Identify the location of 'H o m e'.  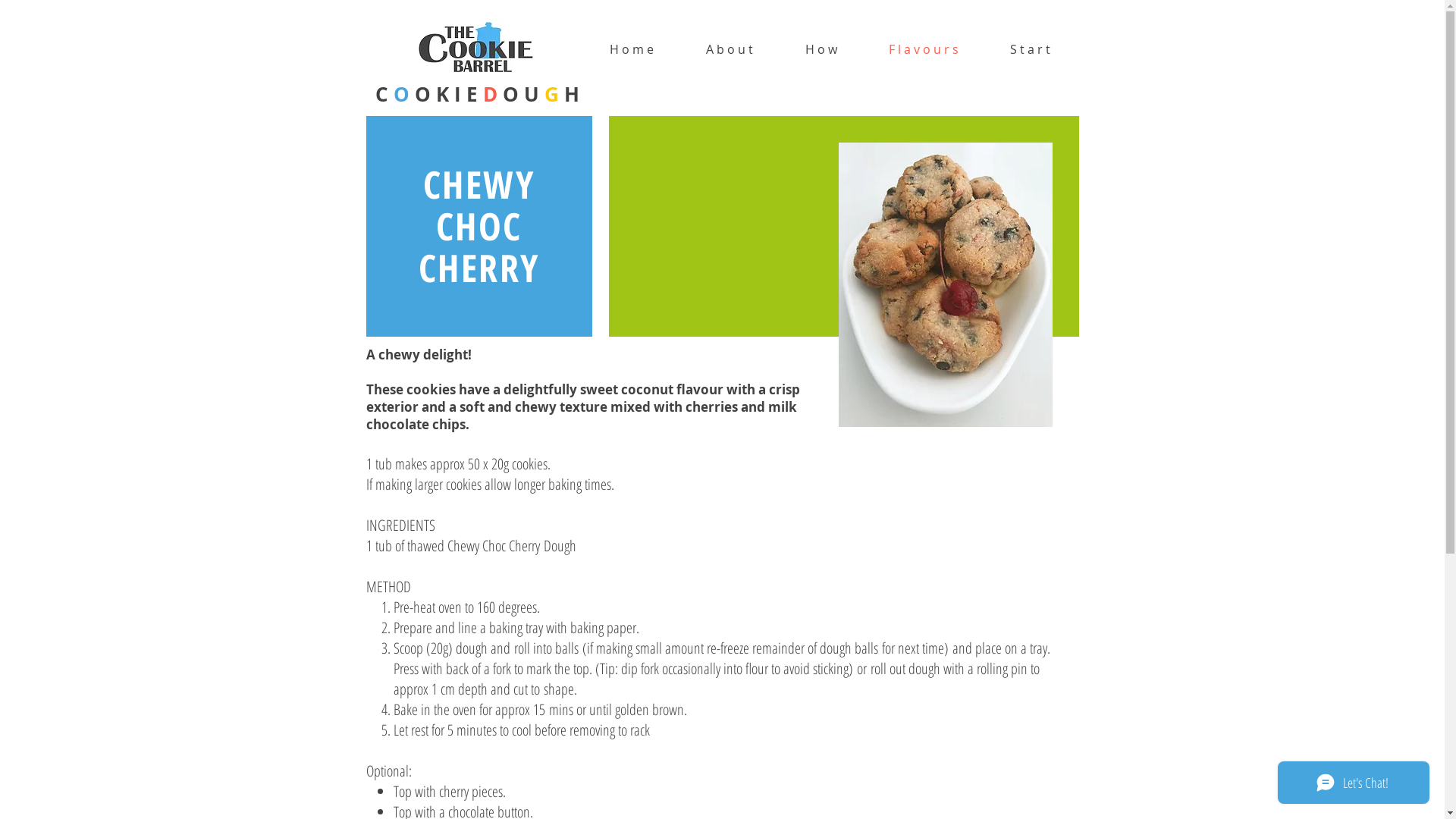
(632, 49).